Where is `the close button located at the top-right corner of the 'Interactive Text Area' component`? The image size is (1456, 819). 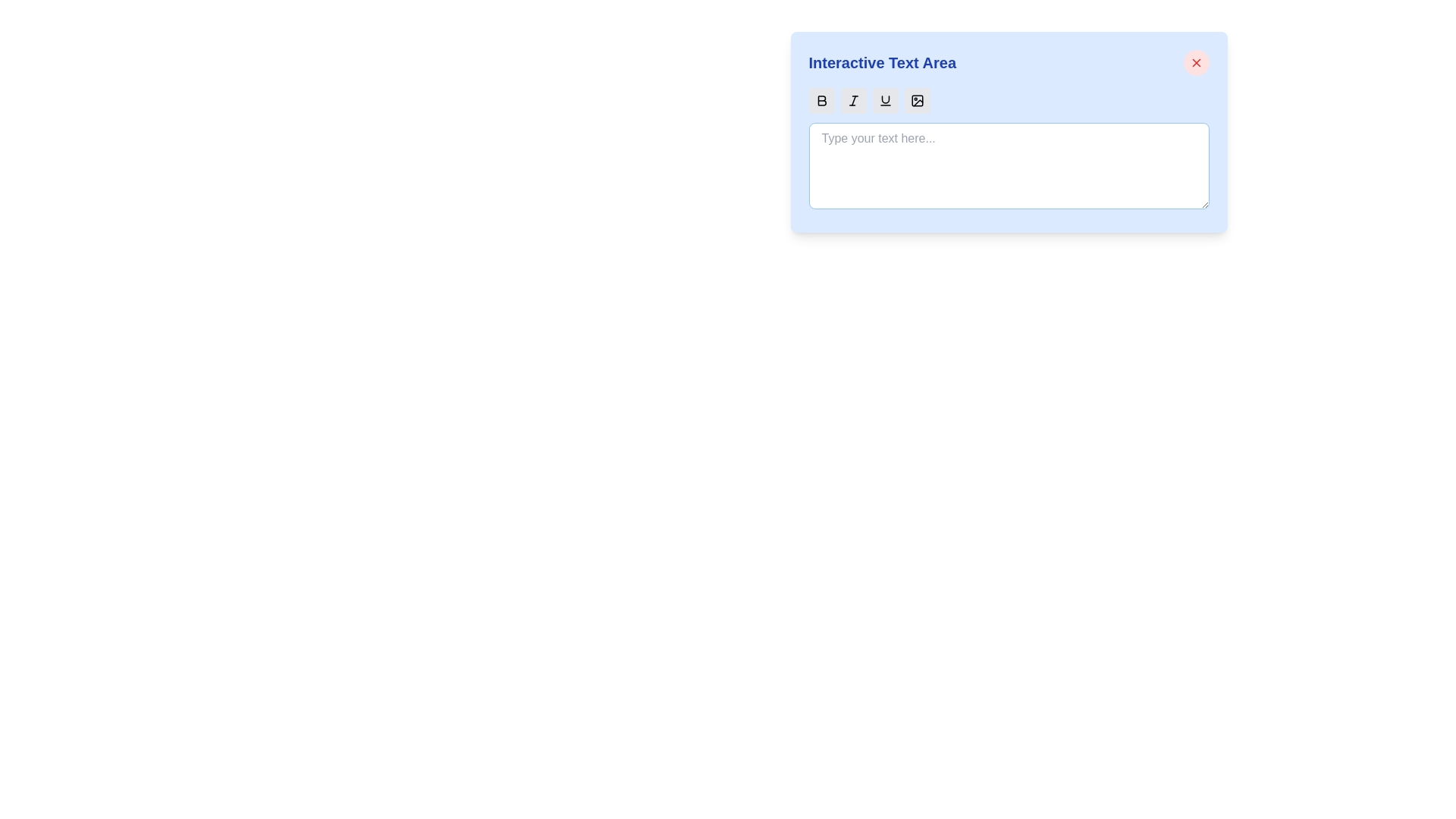
the close button located at the top-right corner of the 'Interactive Text Area' component is located at coordinates (1195, 62).